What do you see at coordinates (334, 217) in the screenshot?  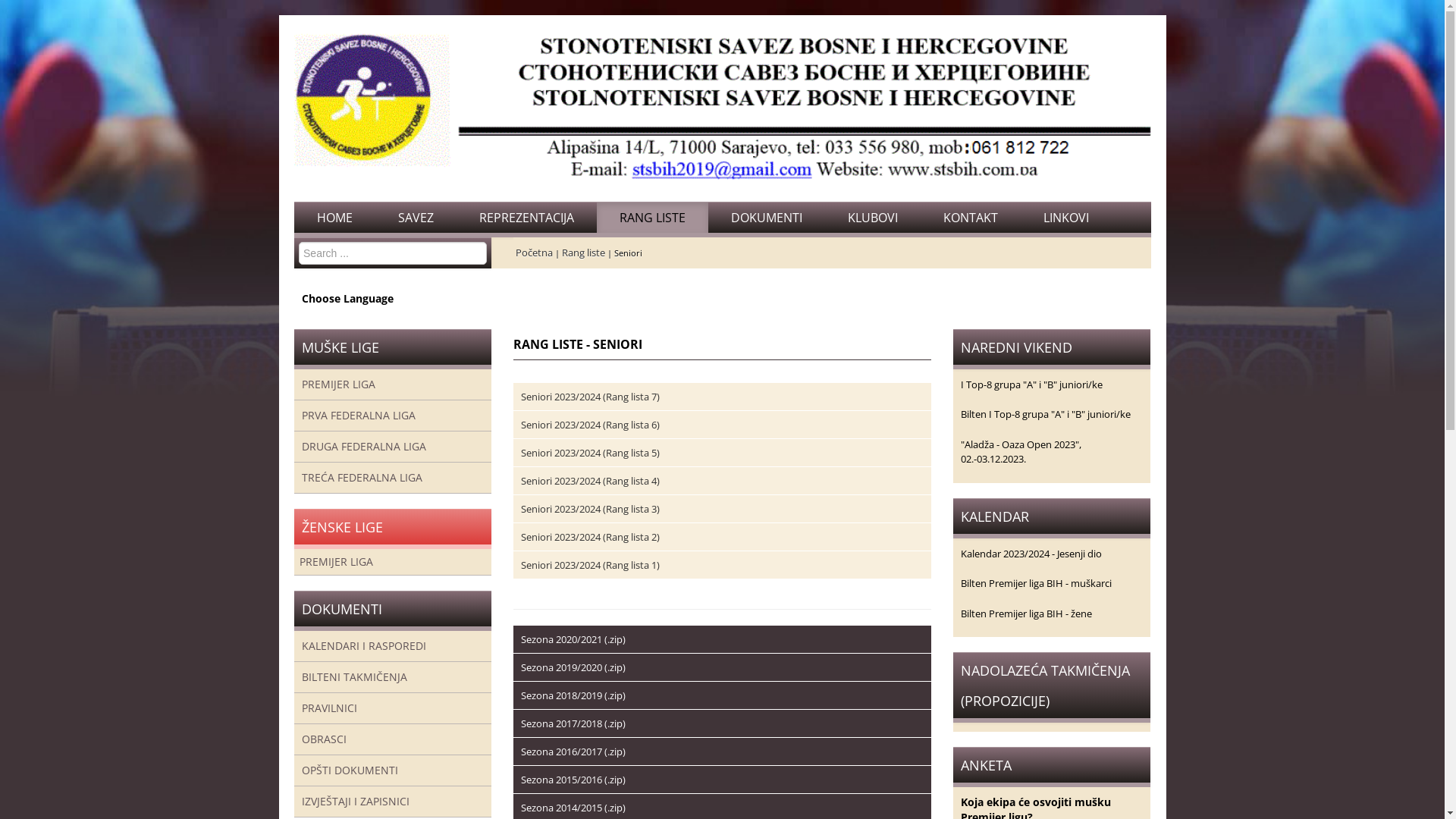 I see `'HOME'` at bounding box center [334, 217].